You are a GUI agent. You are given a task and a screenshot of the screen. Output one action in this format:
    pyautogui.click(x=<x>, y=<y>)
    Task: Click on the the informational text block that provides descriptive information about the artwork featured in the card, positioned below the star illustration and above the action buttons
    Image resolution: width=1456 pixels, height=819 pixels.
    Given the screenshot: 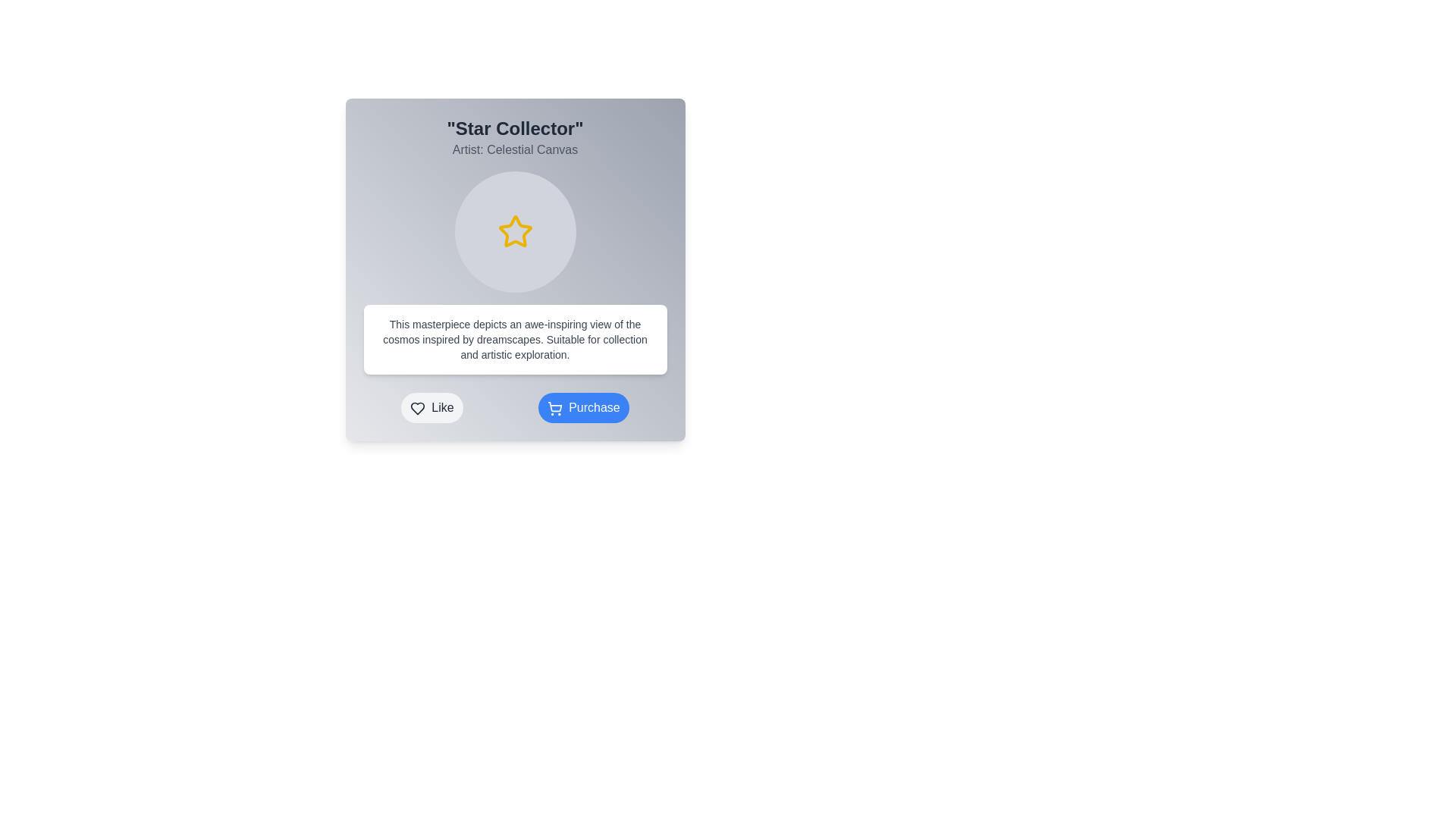 What is the action you would take?
    pyautogui.click(x=515, y=338)
    